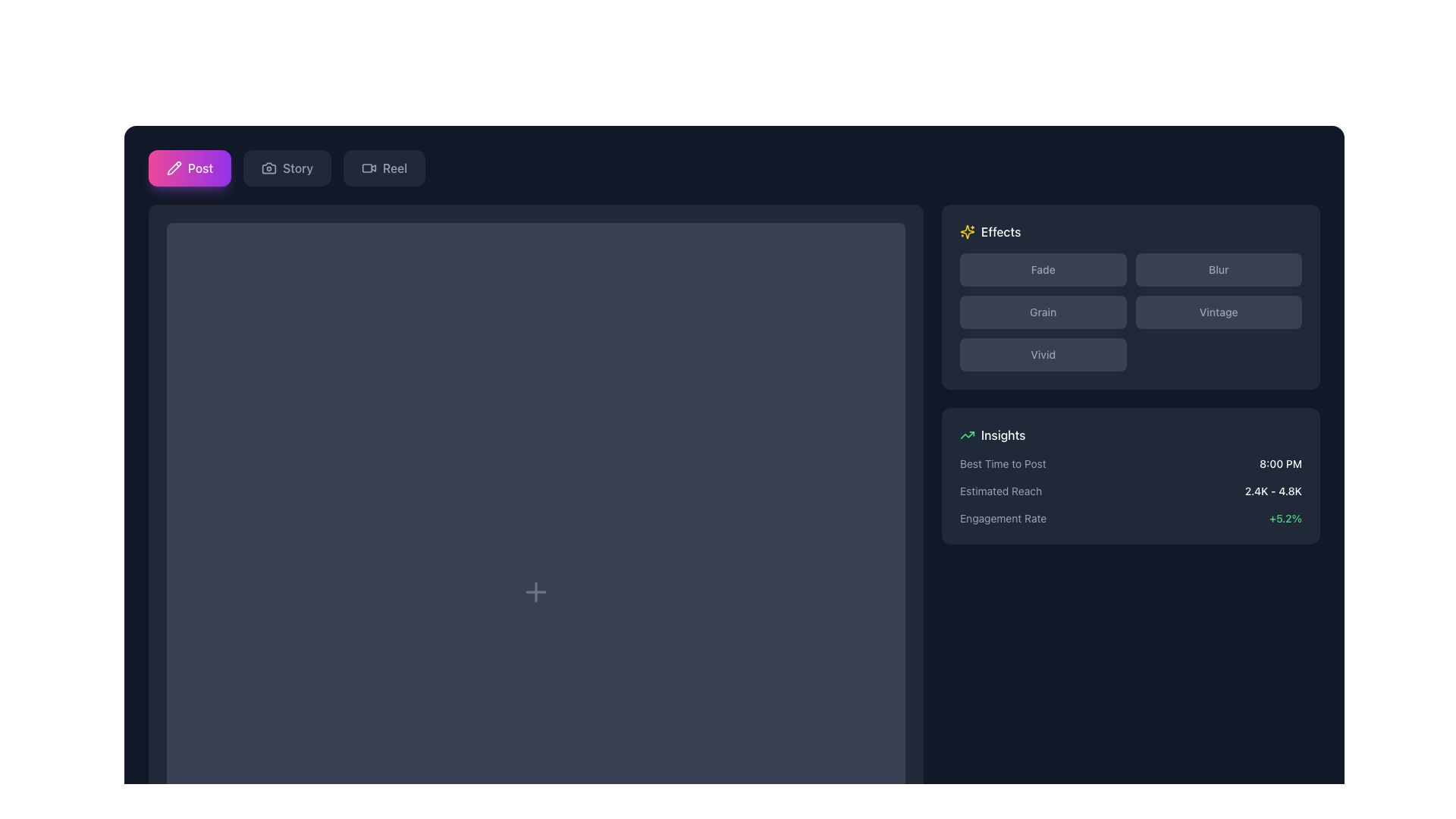 This screenshot has height=819, width=1456. Describe the element at coordinates (1131, 491) in the screenshot. I see `the informational panel located in the lower section of the 'Insights' box, positioned to the right of the interface, which displays data insights regarding optimal posting times, estimated reach, and engagement rates` at that location.